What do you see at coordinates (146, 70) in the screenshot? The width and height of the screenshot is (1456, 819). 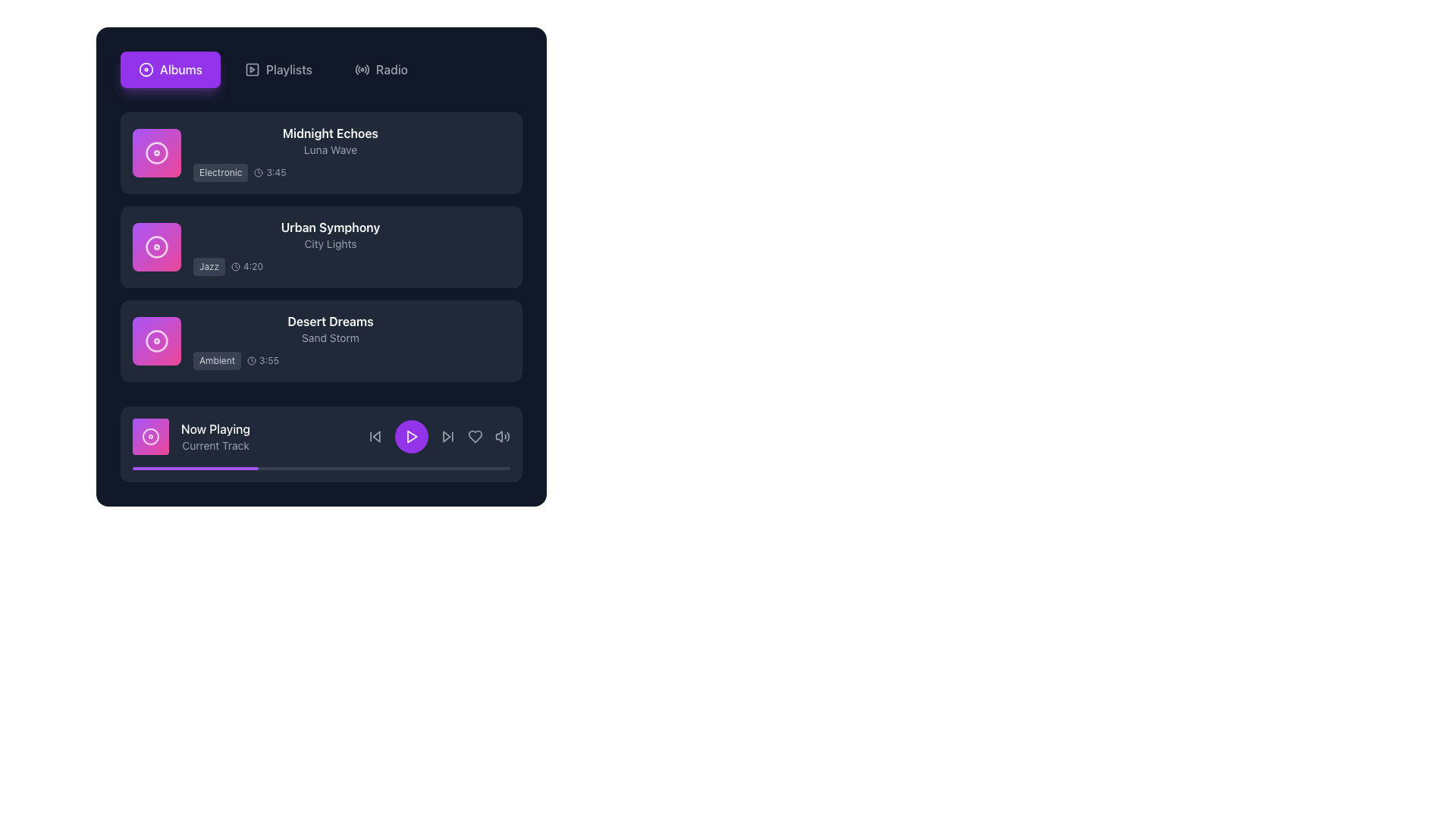 I see `the outer circle of the 'Albums' icon located in the upper navigation bar, which enhances the visual identity of the button` at bounding box center [146, 70].